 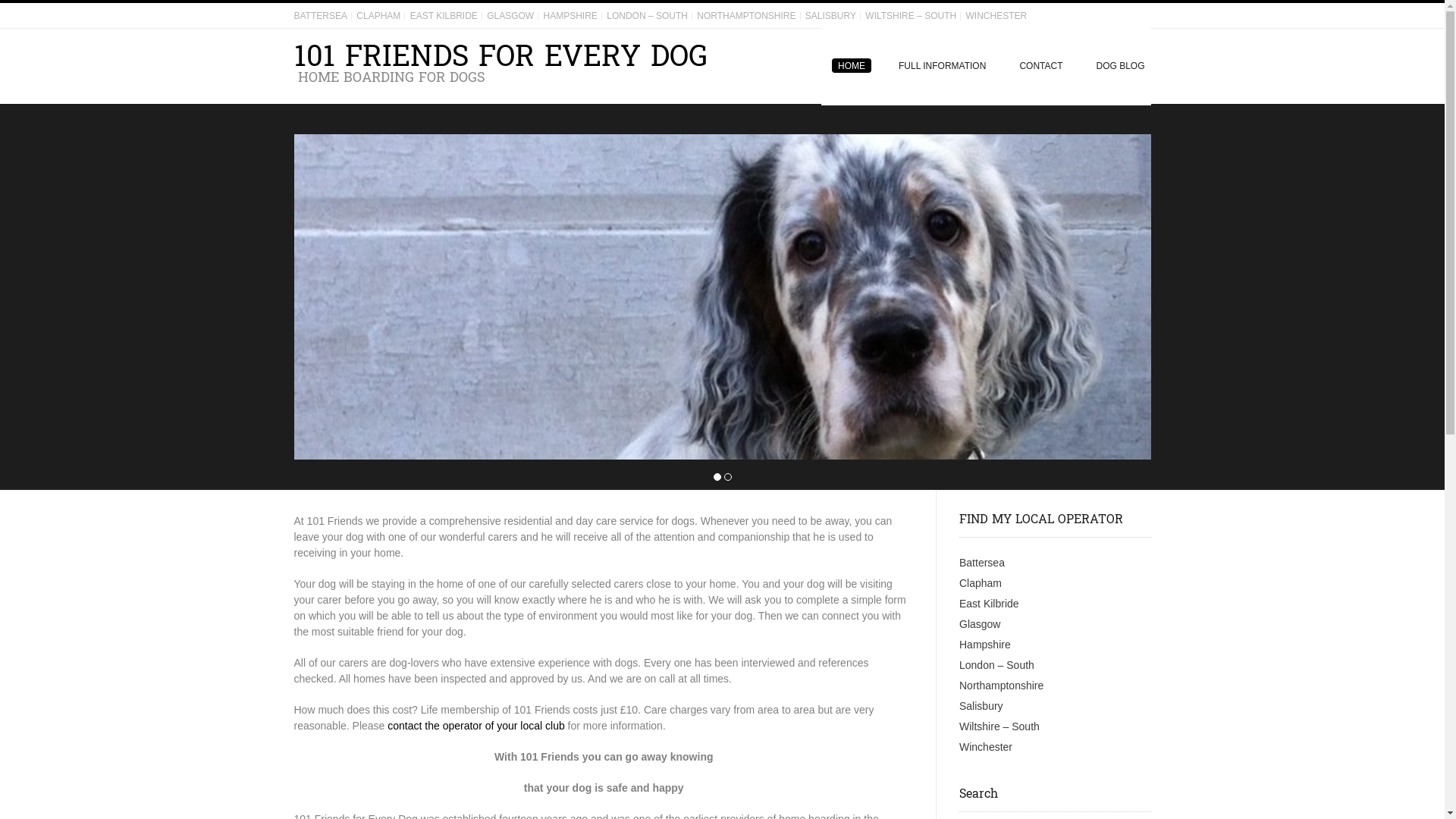 I want to click on 'SALISBURY', so click(x=830, y=15).